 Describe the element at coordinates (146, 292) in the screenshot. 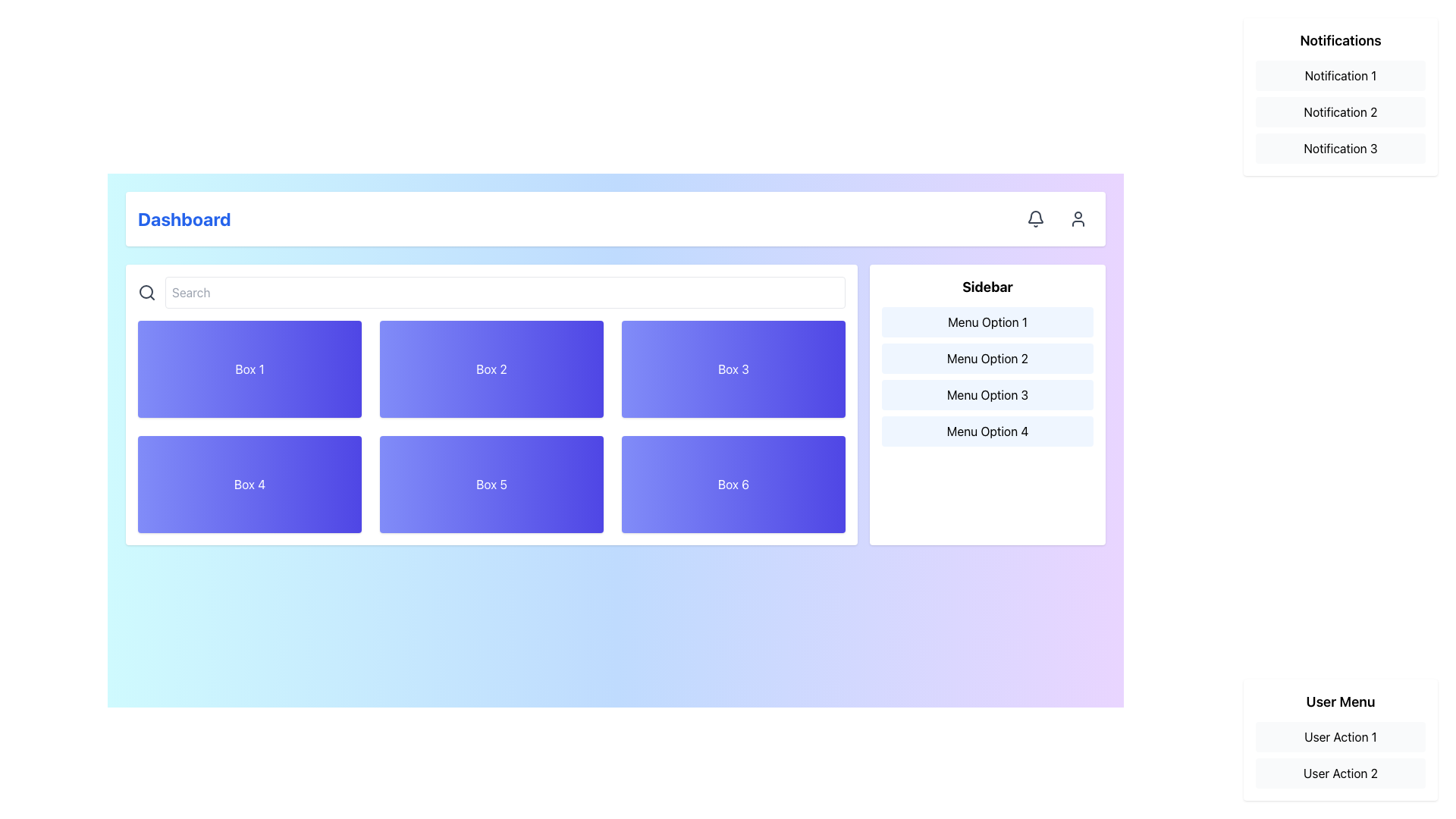

I see `the search icon, which is a stylized magnifying glass outlined in dark gray, located prominently to the far-left of the 'Search' input field in the search bar` at that location.